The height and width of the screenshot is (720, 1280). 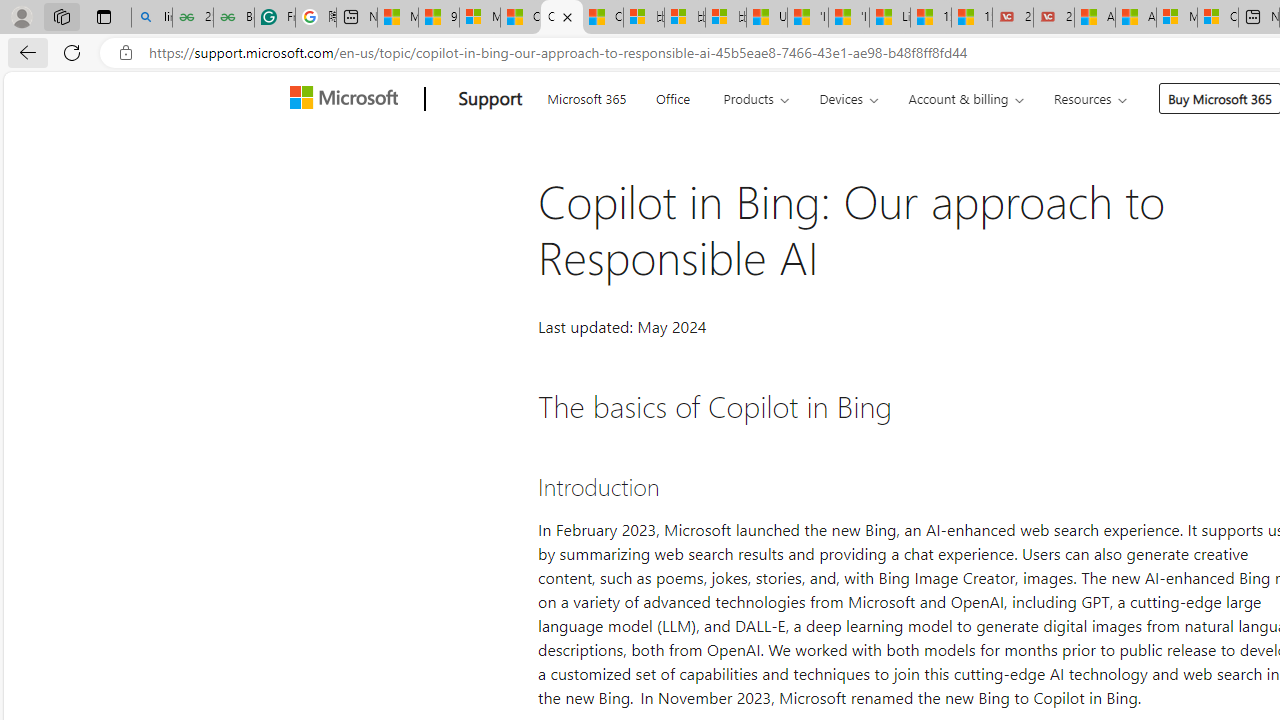 What do you see at coordinates (889, 17) in the screenshot?
I see `'Lifestyle - MSN'` at bounding box center [889, 17].